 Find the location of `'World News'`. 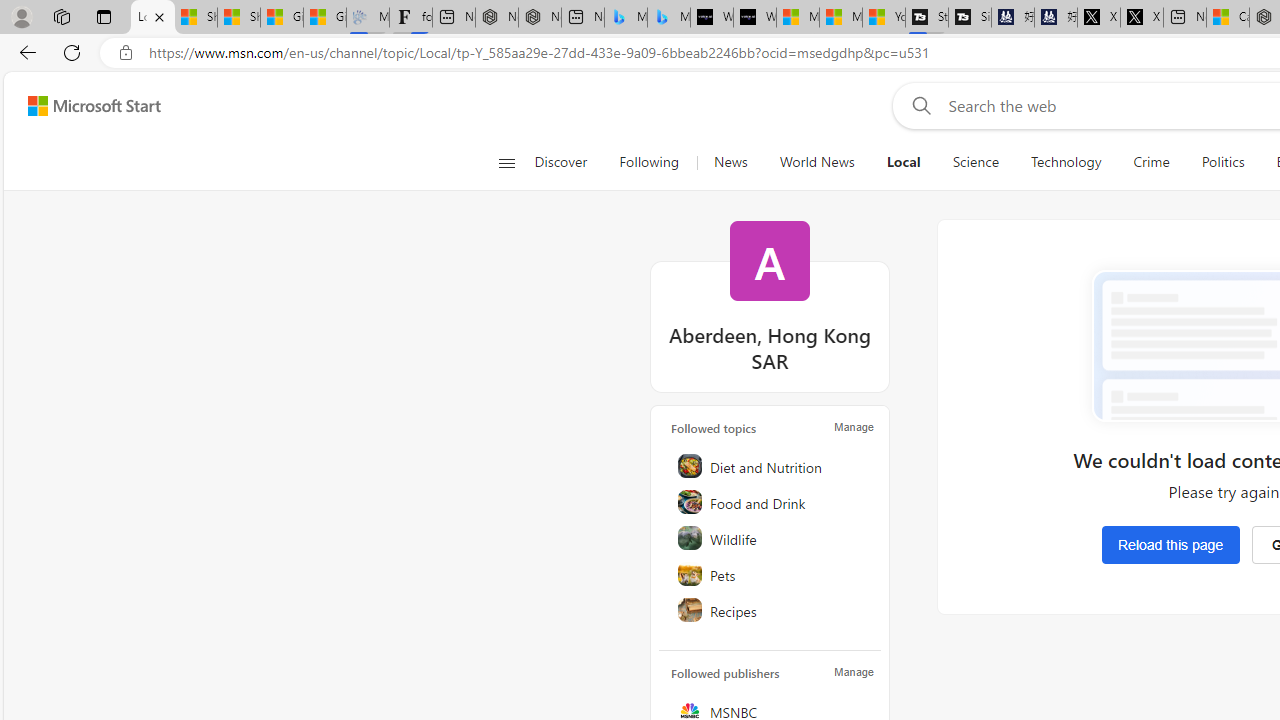

'World News' is located at coordinates (816, 162).